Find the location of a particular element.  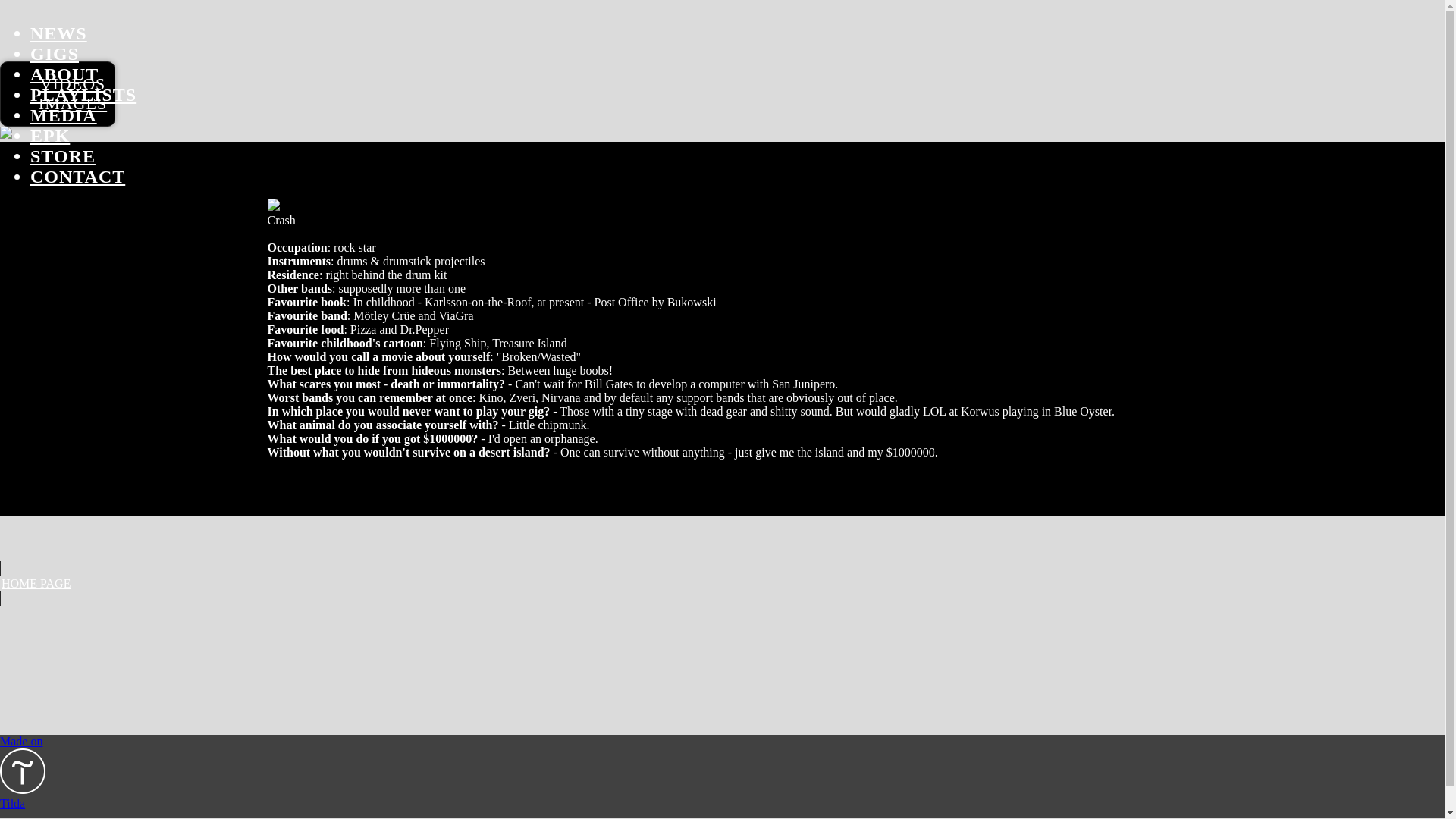

'IMAGES' is located at coordinates (72, 102).